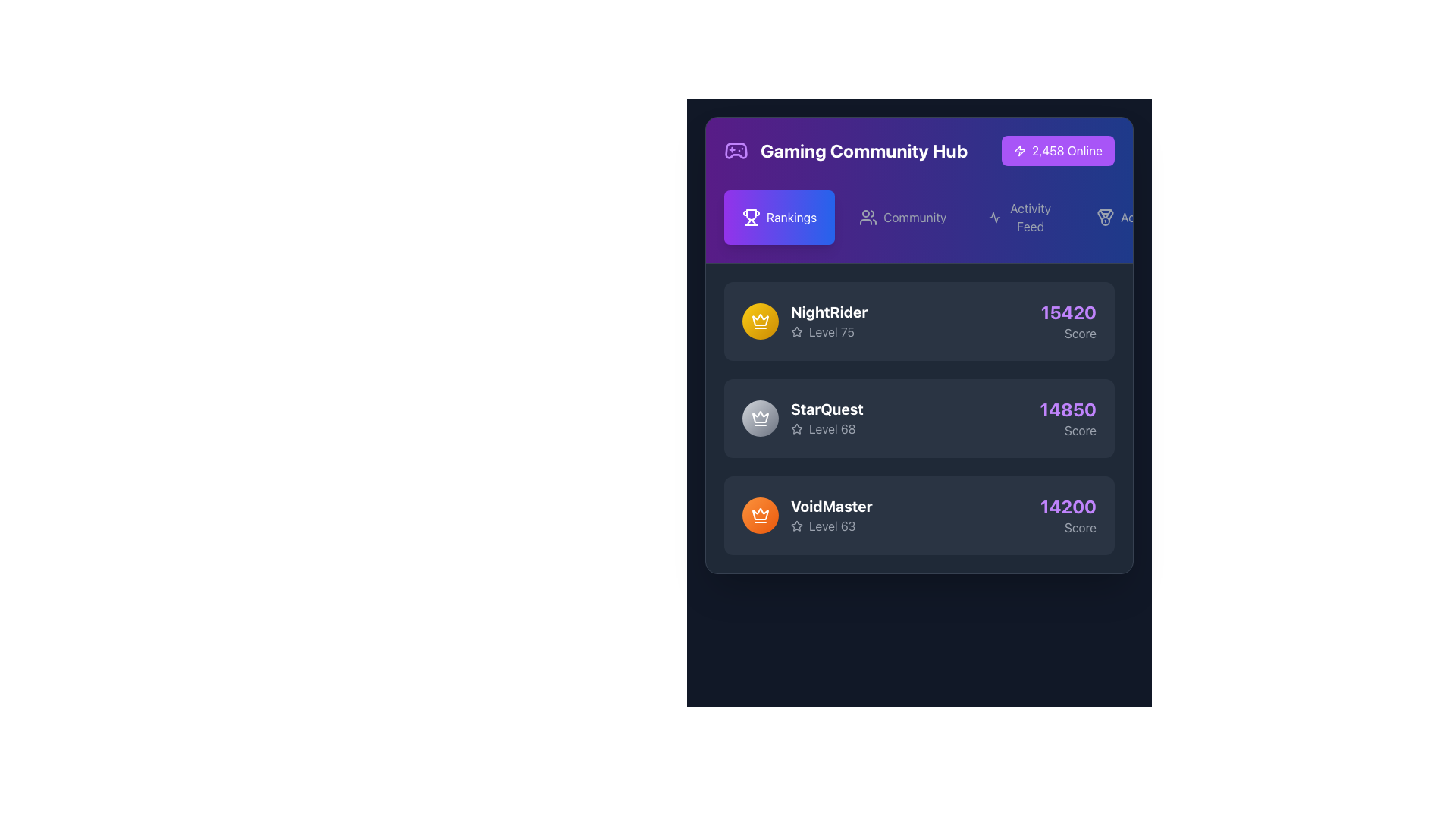 Image resolution: width=1456 pixels, height=819 pixels. What do you see at coordinates (918, 514) in the screenshot?
I see `the leaderboard entry displaying a user's name, level, and score, which is the third item in the list below 'NightRider' and 'StarQuest'` at bounding box center [918, 514].